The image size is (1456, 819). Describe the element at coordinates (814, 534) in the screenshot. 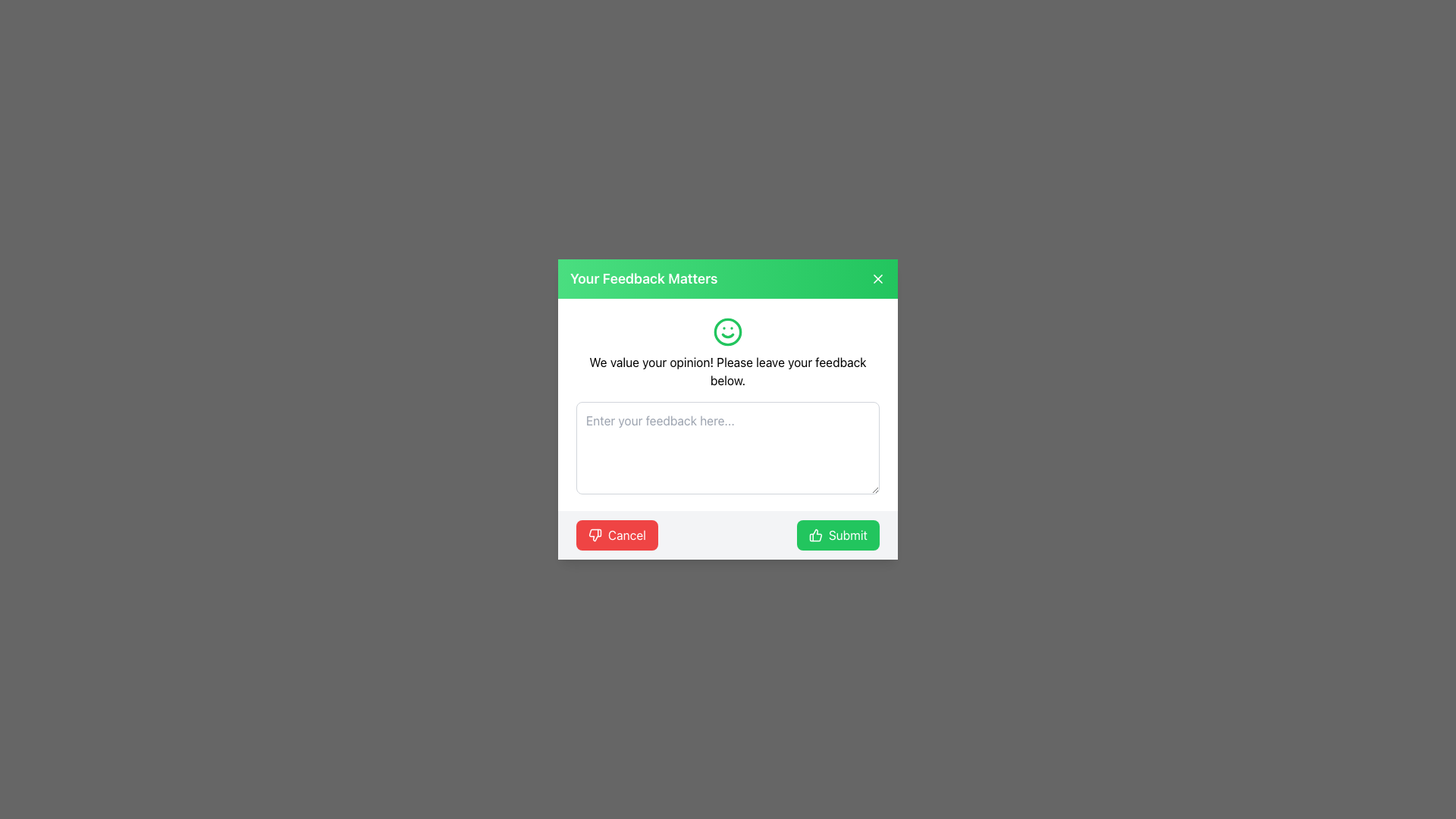

I see `the thumbs-up icon outlined in green and white, located within the 'Submit' button at the bottom-right of the modal dialog, positioned left of the 'Submit' text` at that location.